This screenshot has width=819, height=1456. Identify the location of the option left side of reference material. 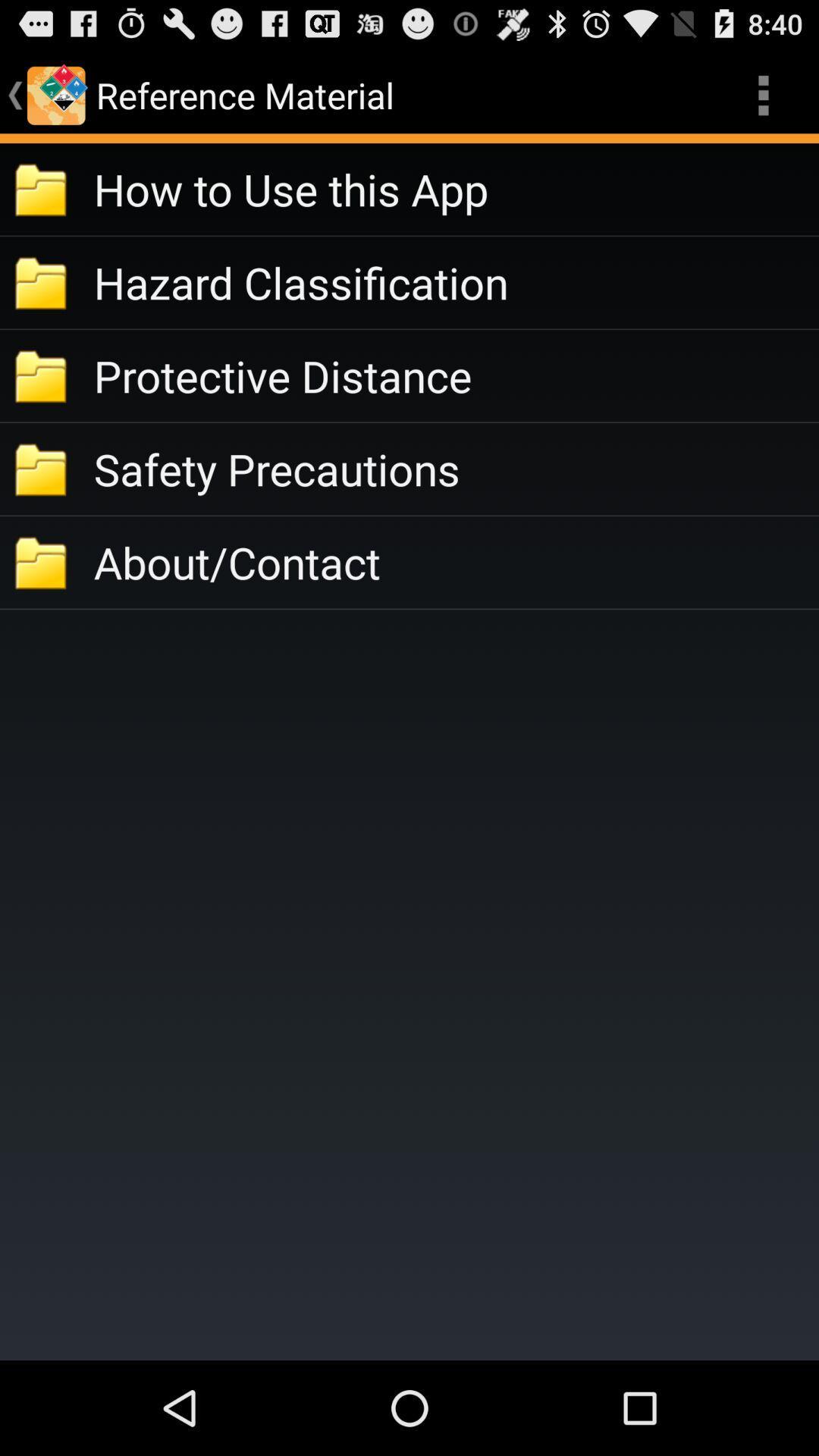
(55, 94).